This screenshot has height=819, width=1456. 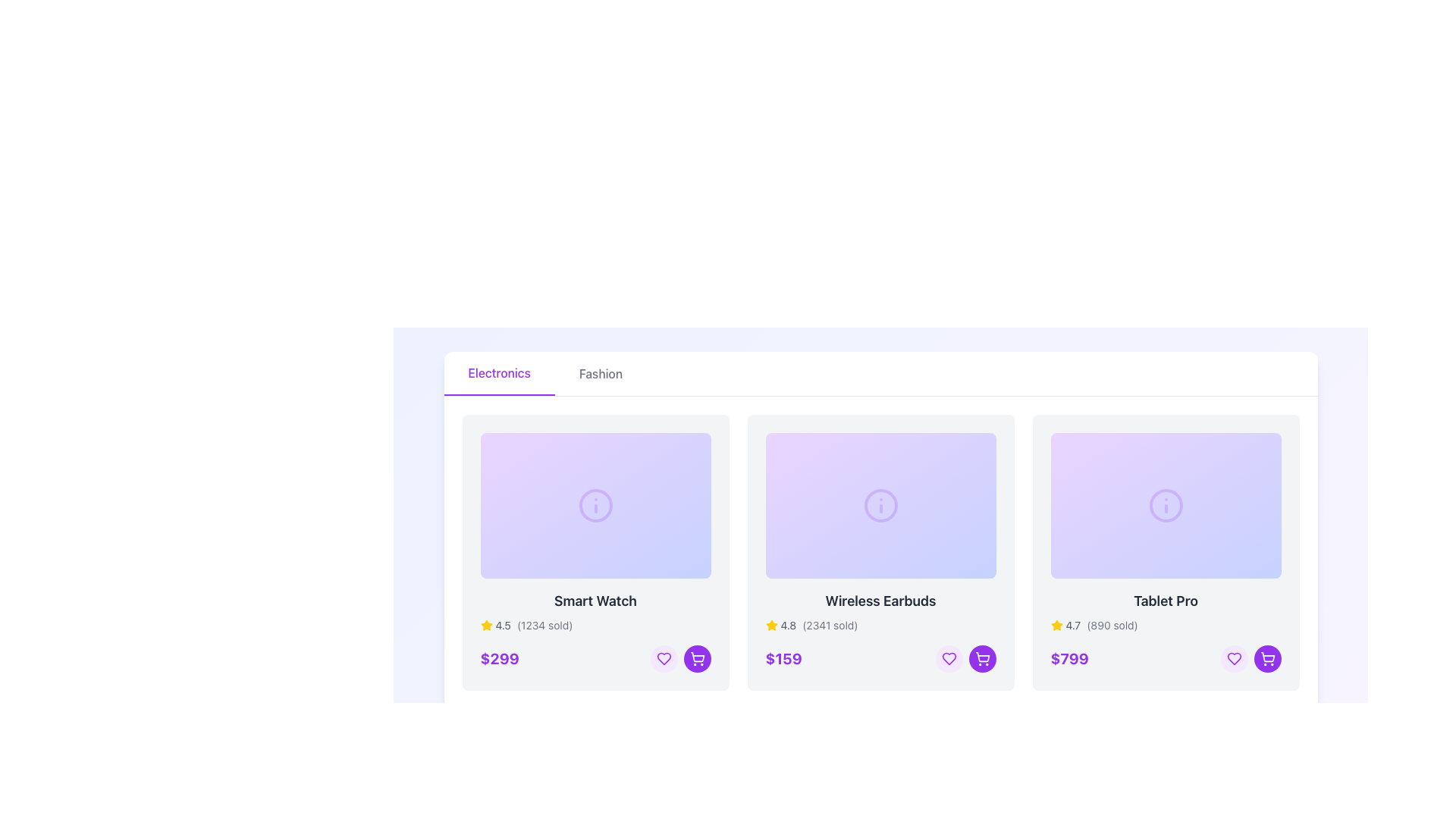 What do you see at coordinates (771, 626) in the screenshot?
I see `the vibrant yellow star icon indicating user rating, located at the top-left corner of the second product card in the rating section` at bounding box center [771, 626].